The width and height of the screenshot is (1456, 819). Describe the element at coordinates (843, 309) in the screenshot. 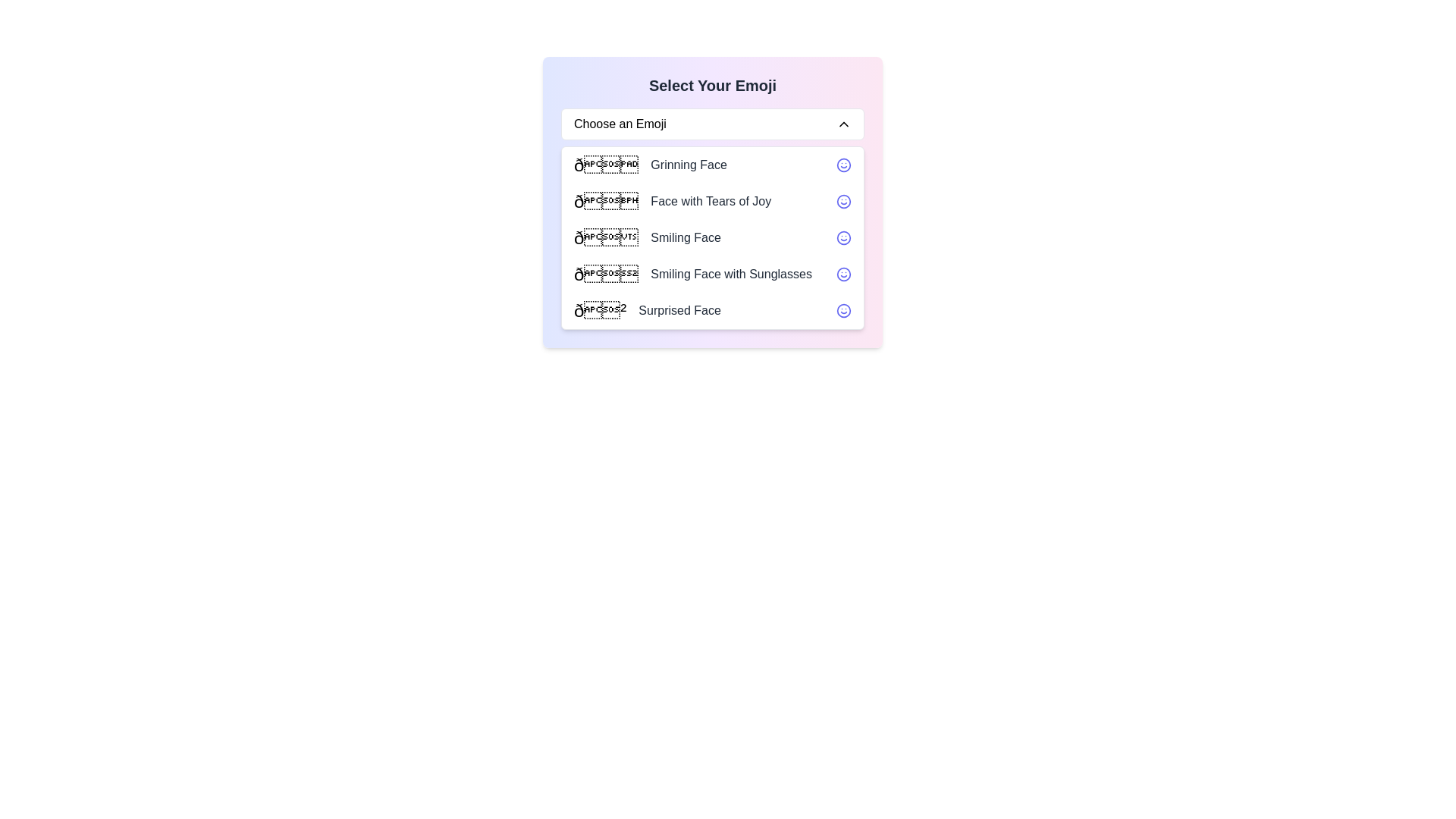

I see `the SVG circle element with a blue border and white interior, located in the 'Choose an Emoji' dropdown under 'Surprised Face'` at that location.